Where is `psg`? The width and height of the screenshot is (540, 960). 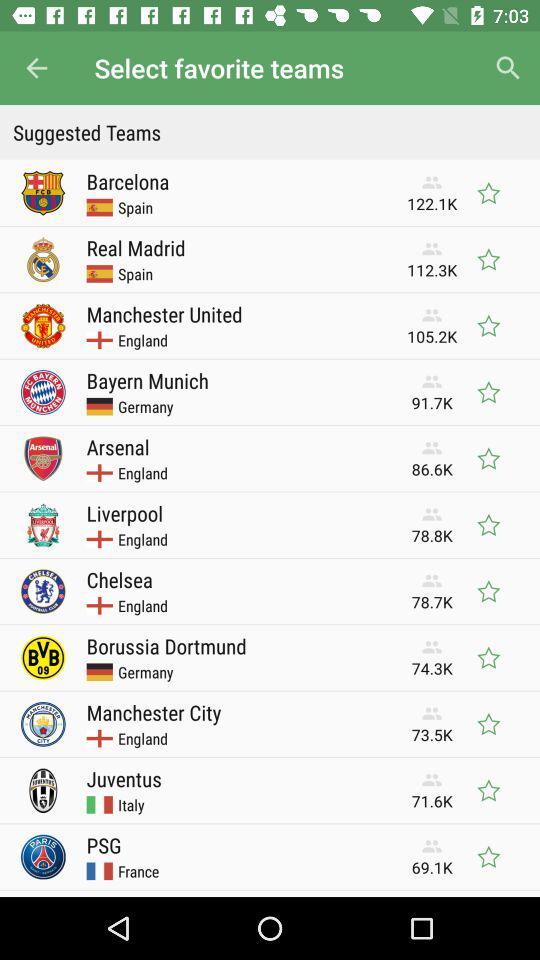 psg is located at coordinates (104, 844).